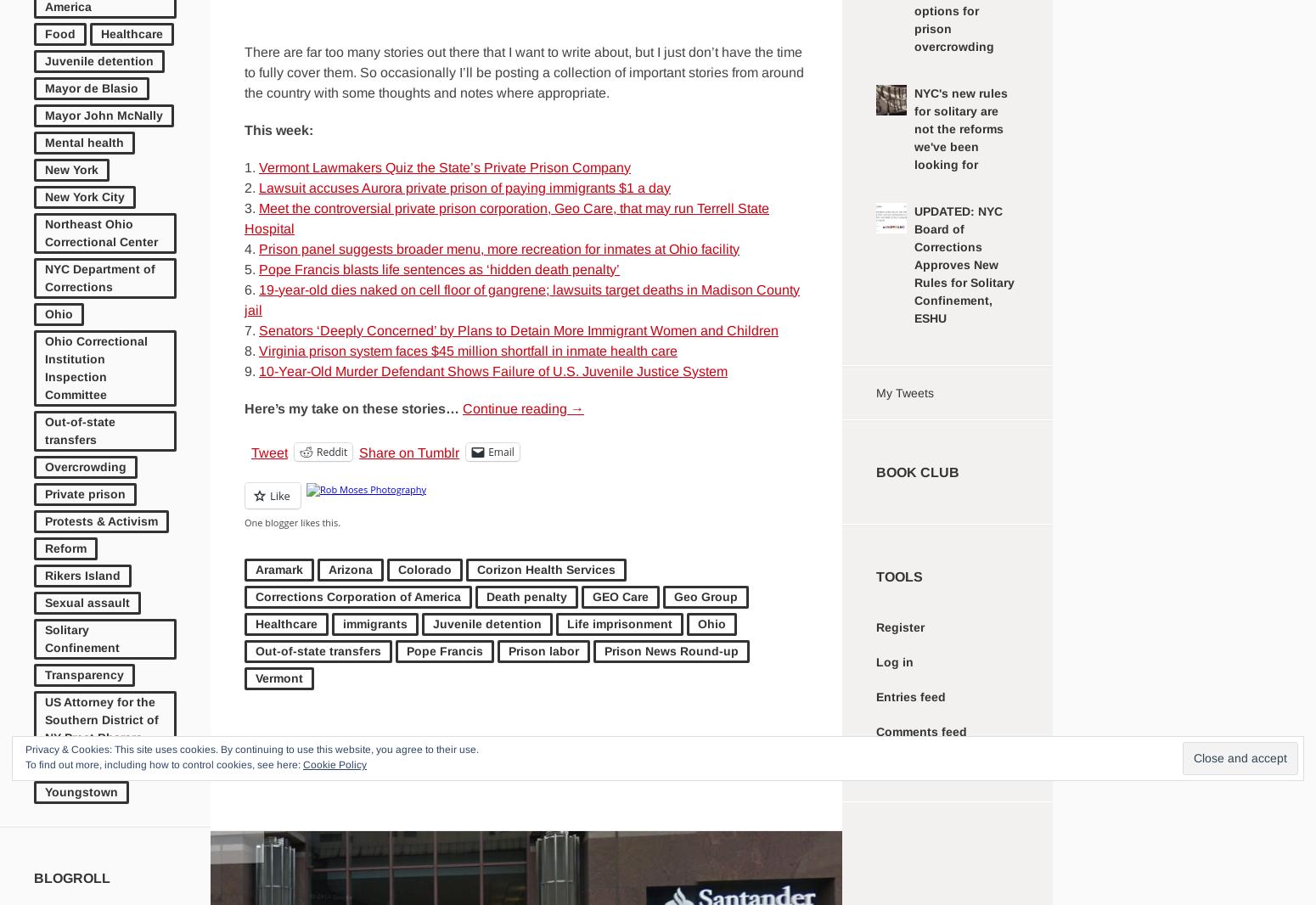 The image size is (1316, 905). What do you see at coordinates (963, 265) in the screenshot?
I see `'UPDATED: NYC Board of Corrections Approves New Rules for Solitary Confinement, ESHU'` at bounding box center [963, 265].